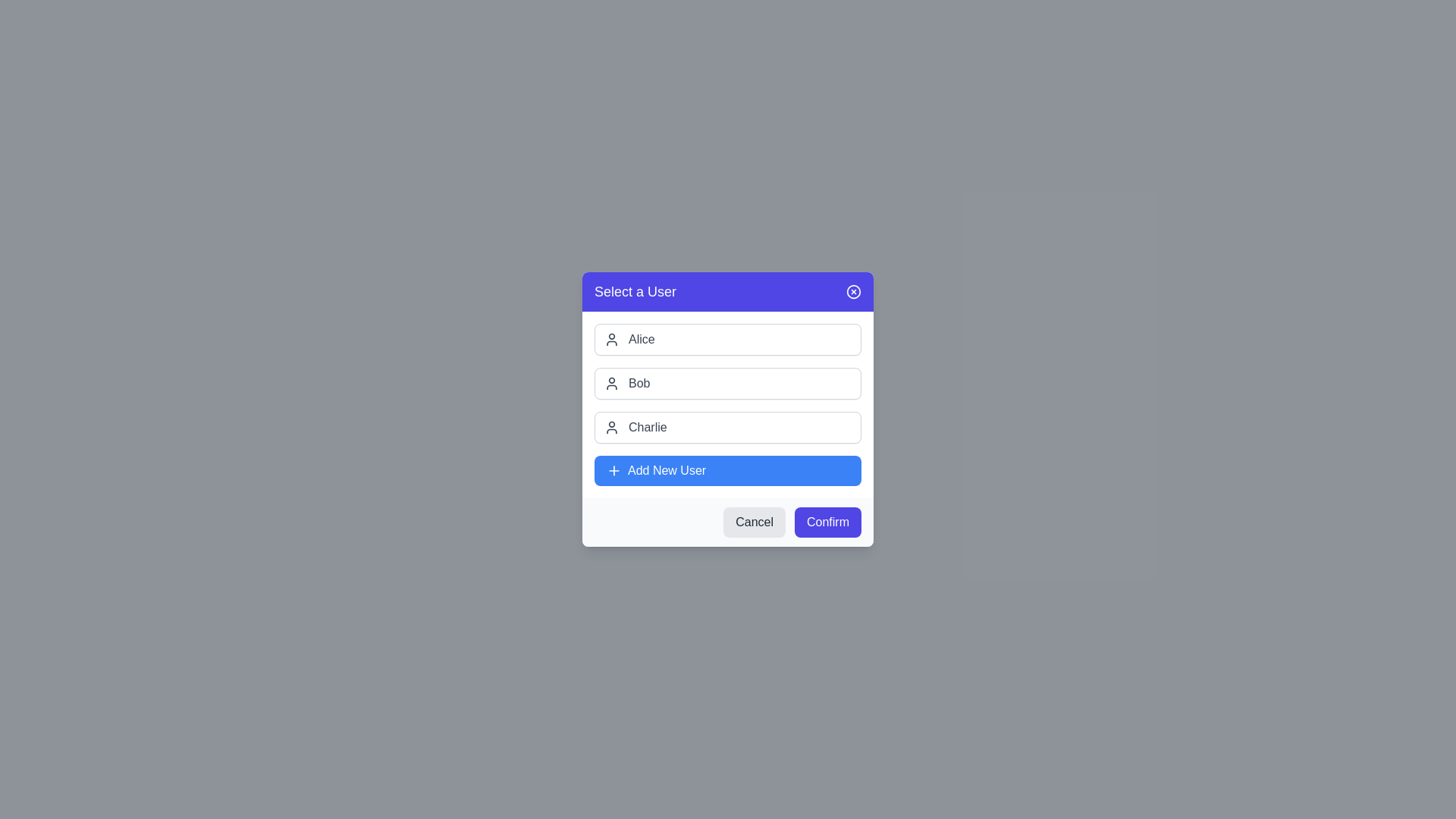 This screenshot has height=819, width=1456. I want to click on the user identification icon representing 'Bob', located to the left of the text 'Bob' in the second slot of the vertical list under the header 'Select a User', so click(611, 382).